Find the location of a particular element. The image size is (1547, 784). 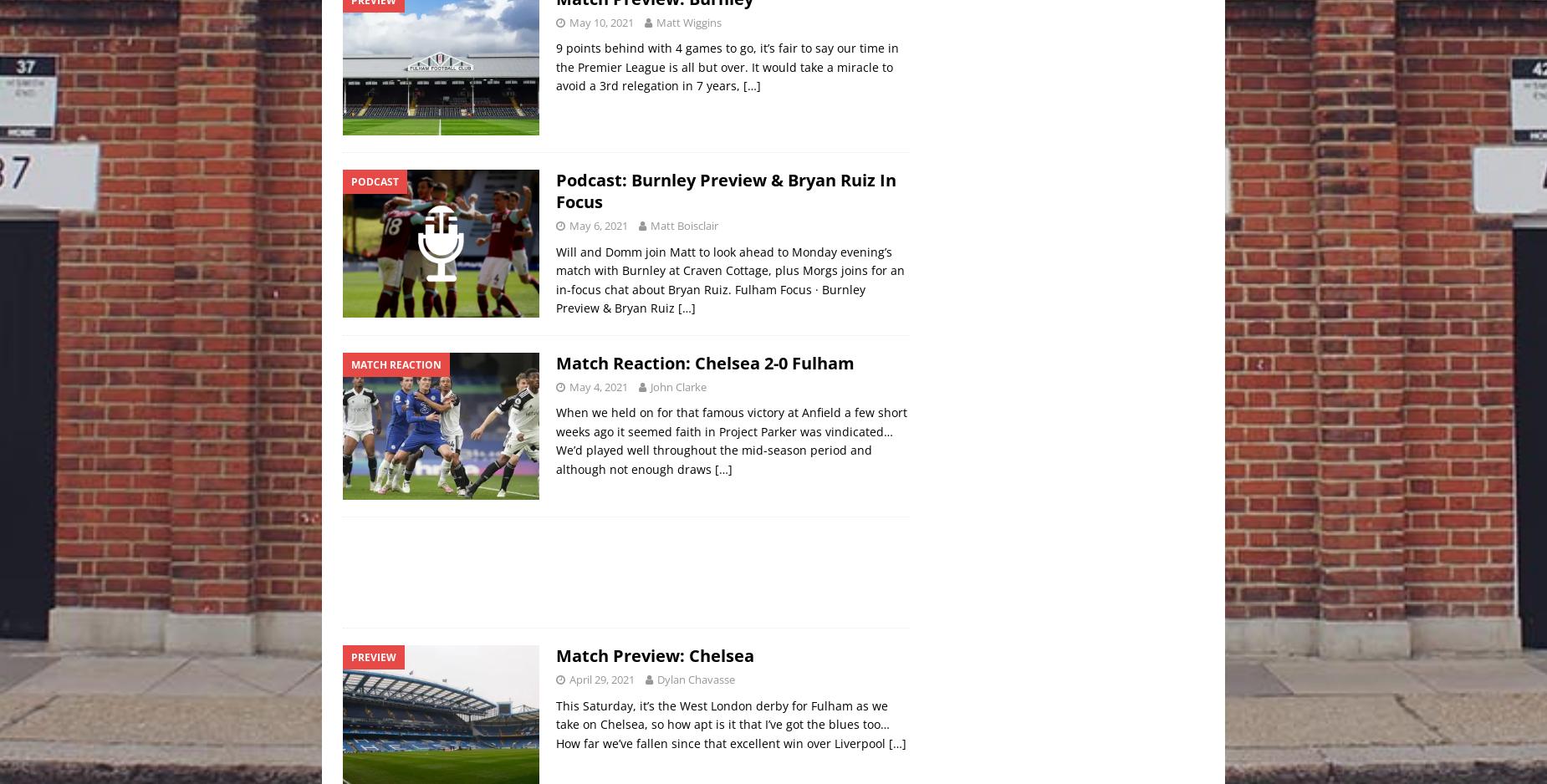

'Podcast' is located at coordinates (374, 181).